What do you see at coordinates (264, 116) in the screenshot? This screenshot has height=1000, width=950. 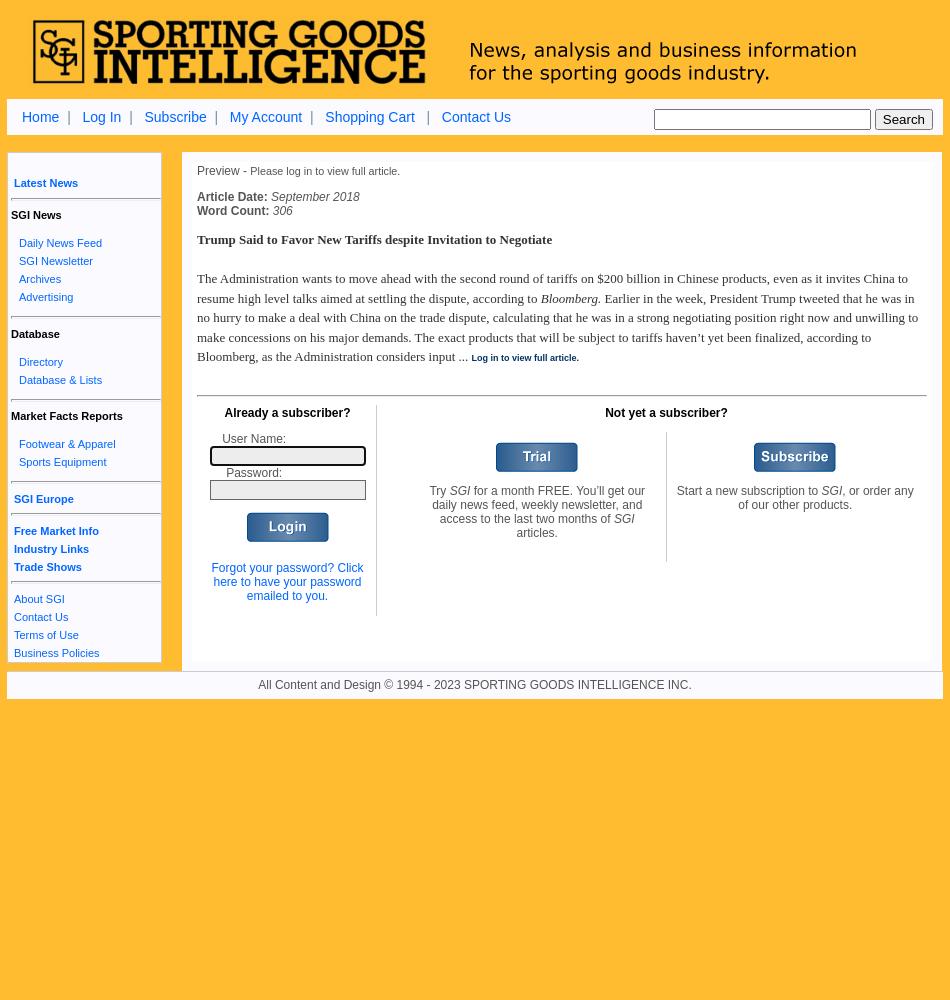 I see `'My Account'` at bounding box center [264, 116].